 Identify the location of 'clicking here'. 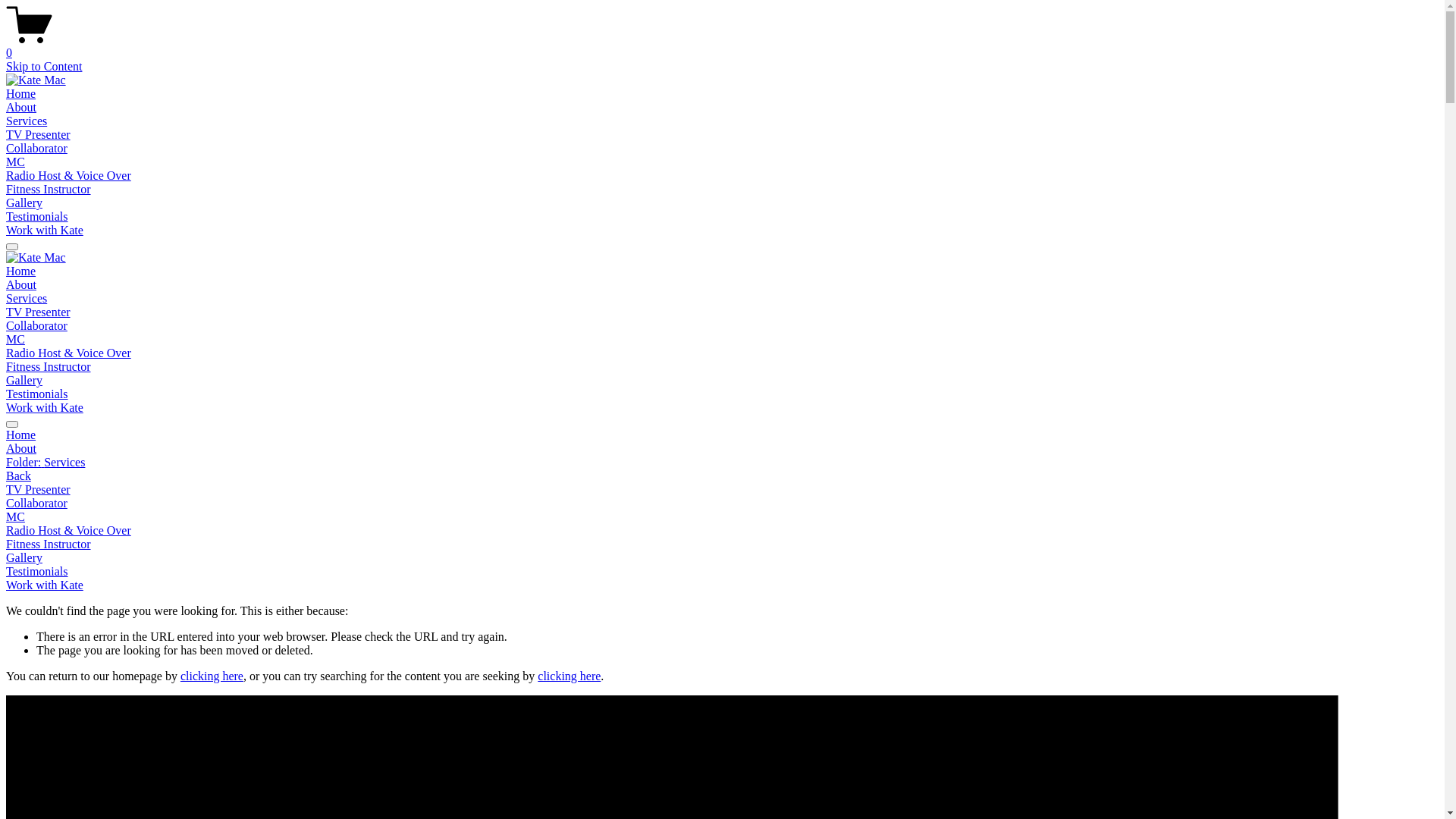
(538, 675).